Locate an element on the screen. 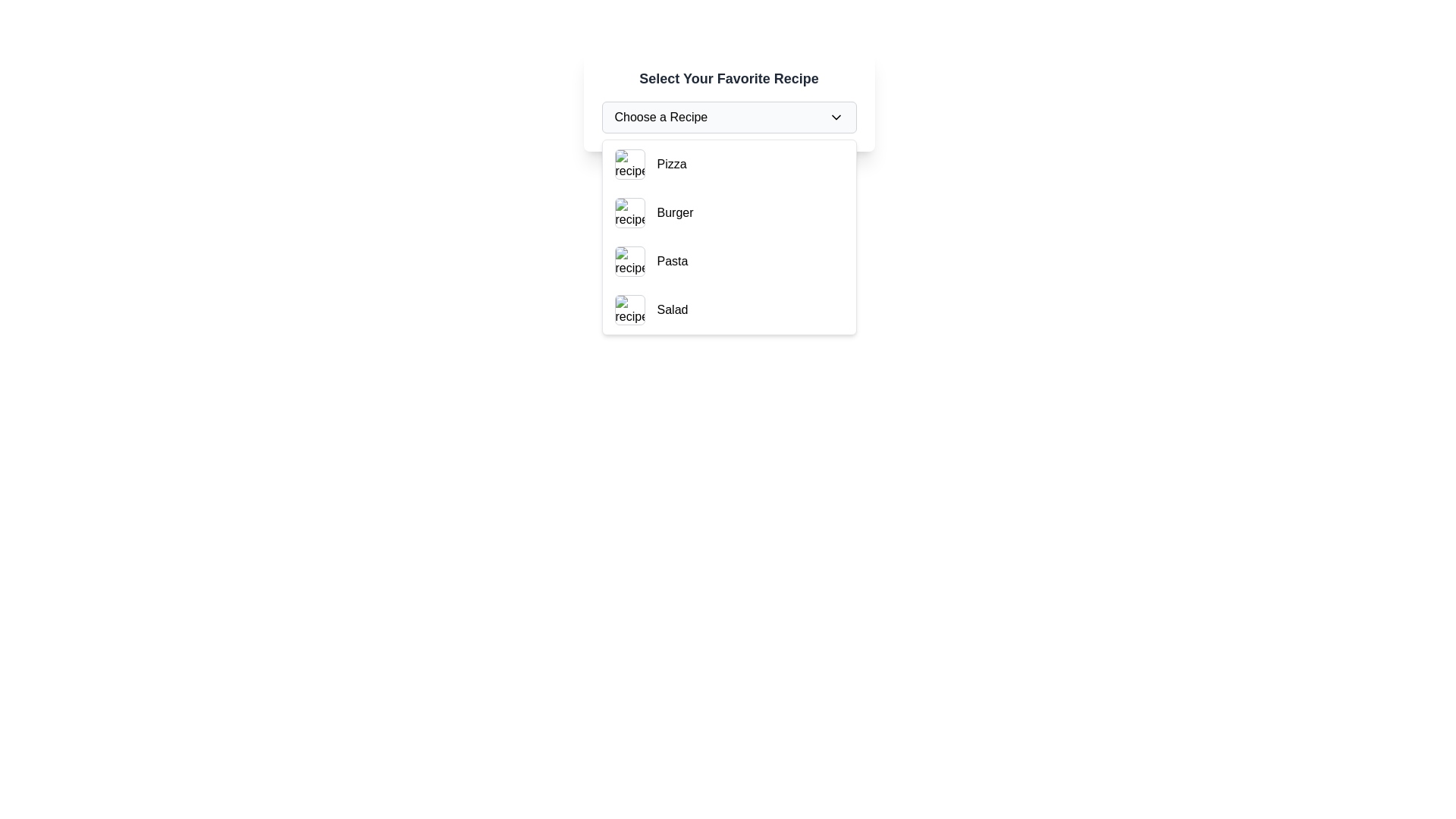 The width and height of the screenshot is (1456, 819). the placeholder image for the 'Salad' recipe thumbnail, which is located on the far left of the dropdown entry labeled 'Salad' is located at coordinates (629, 309).